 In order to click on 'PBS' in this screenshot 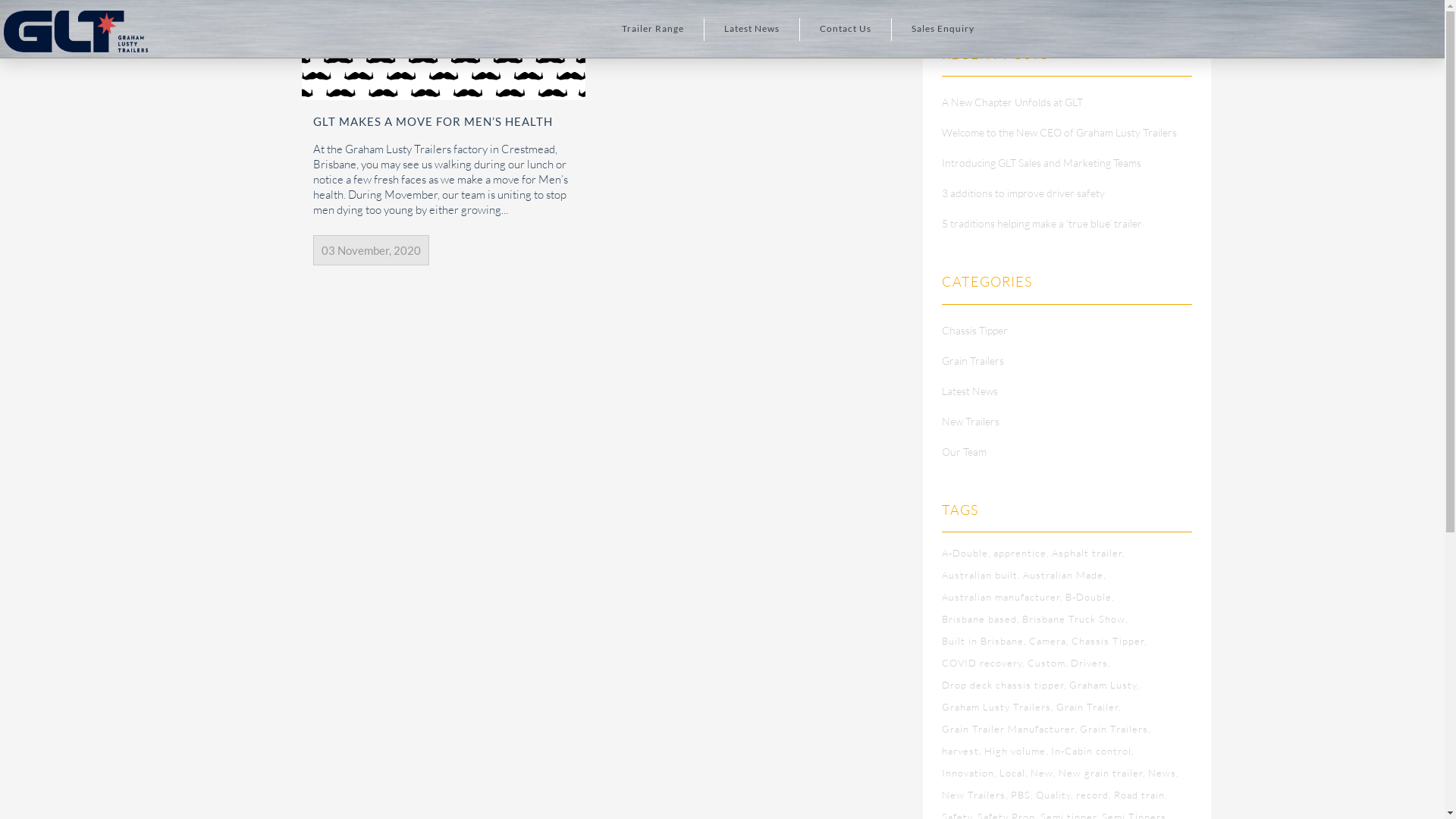, I will do `click(1022, 794)`.